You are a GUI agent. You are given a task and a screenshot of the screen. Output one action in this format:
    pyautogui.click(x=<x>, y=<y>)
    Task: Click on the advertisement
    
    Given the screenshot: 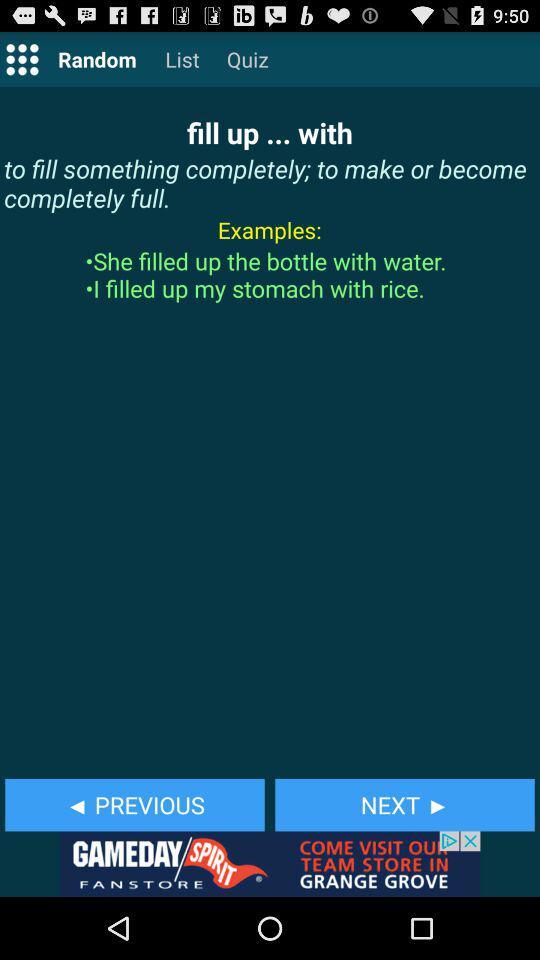 What is the action you would take?
    pyautogui.click(x=270, y=863)
    